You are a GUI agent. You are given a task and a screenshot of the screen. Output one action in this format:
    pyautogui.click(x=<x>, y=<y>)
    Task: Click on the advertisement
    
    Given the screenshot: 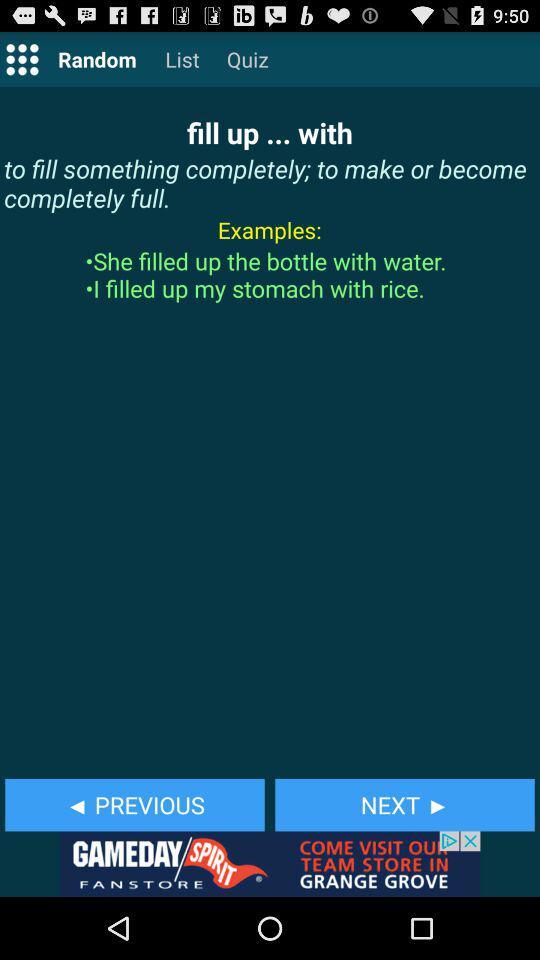 What is the action you would take?
    pyautogui.click(x=270, y=863)
    